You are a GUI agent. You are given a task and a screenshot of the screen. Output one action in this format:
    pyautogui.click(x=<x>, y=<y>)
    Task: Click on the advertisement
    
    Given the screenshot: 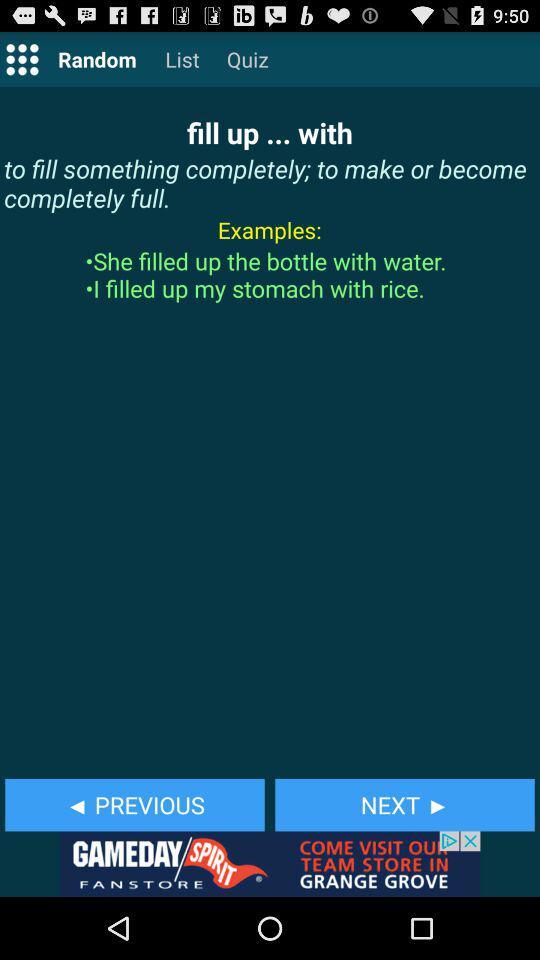 What is the action you would take?
    pyautogui.click(x=270, y=863)
    